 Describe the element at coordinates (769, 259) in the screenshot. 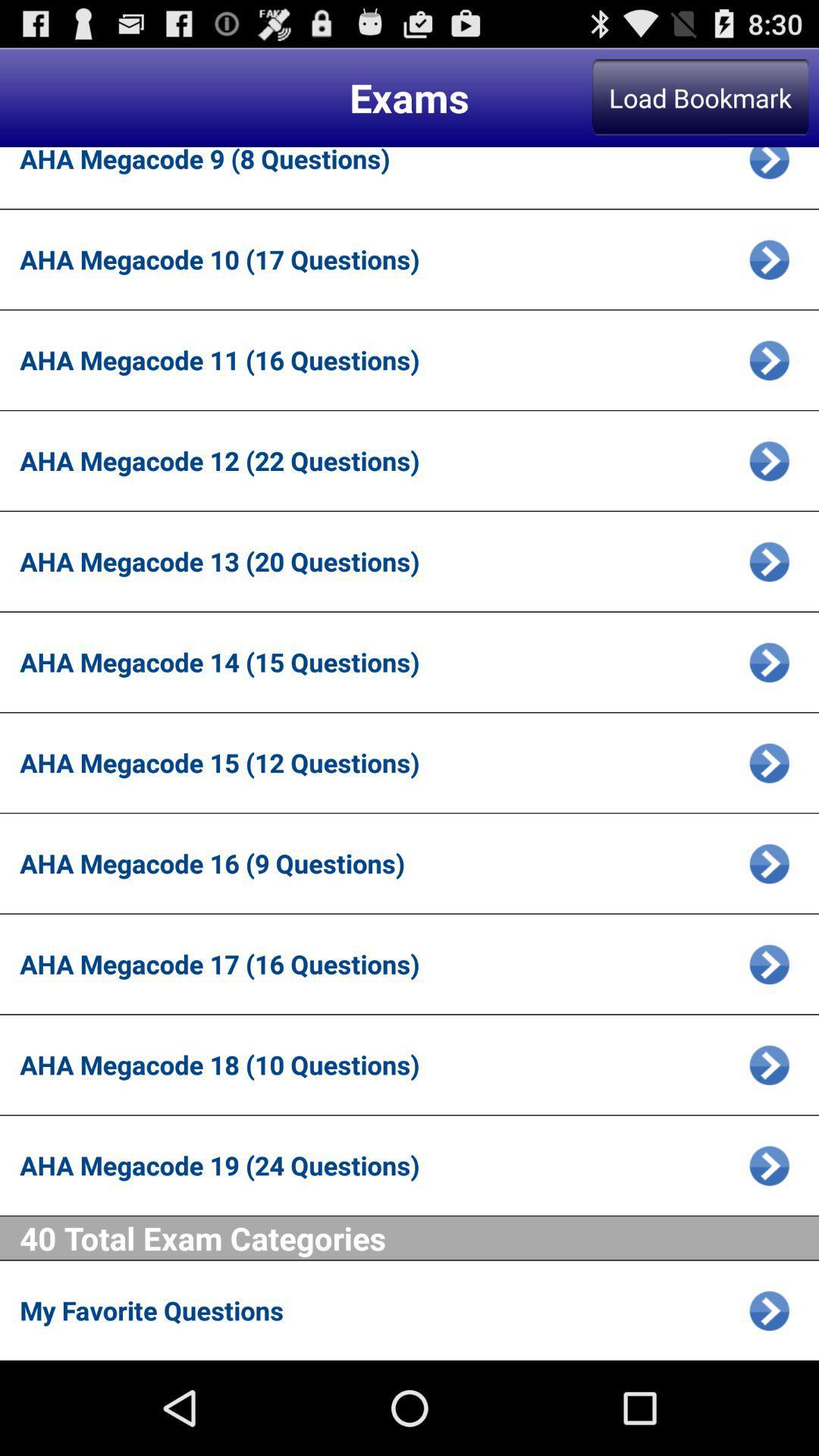

I see `open page` at that location.